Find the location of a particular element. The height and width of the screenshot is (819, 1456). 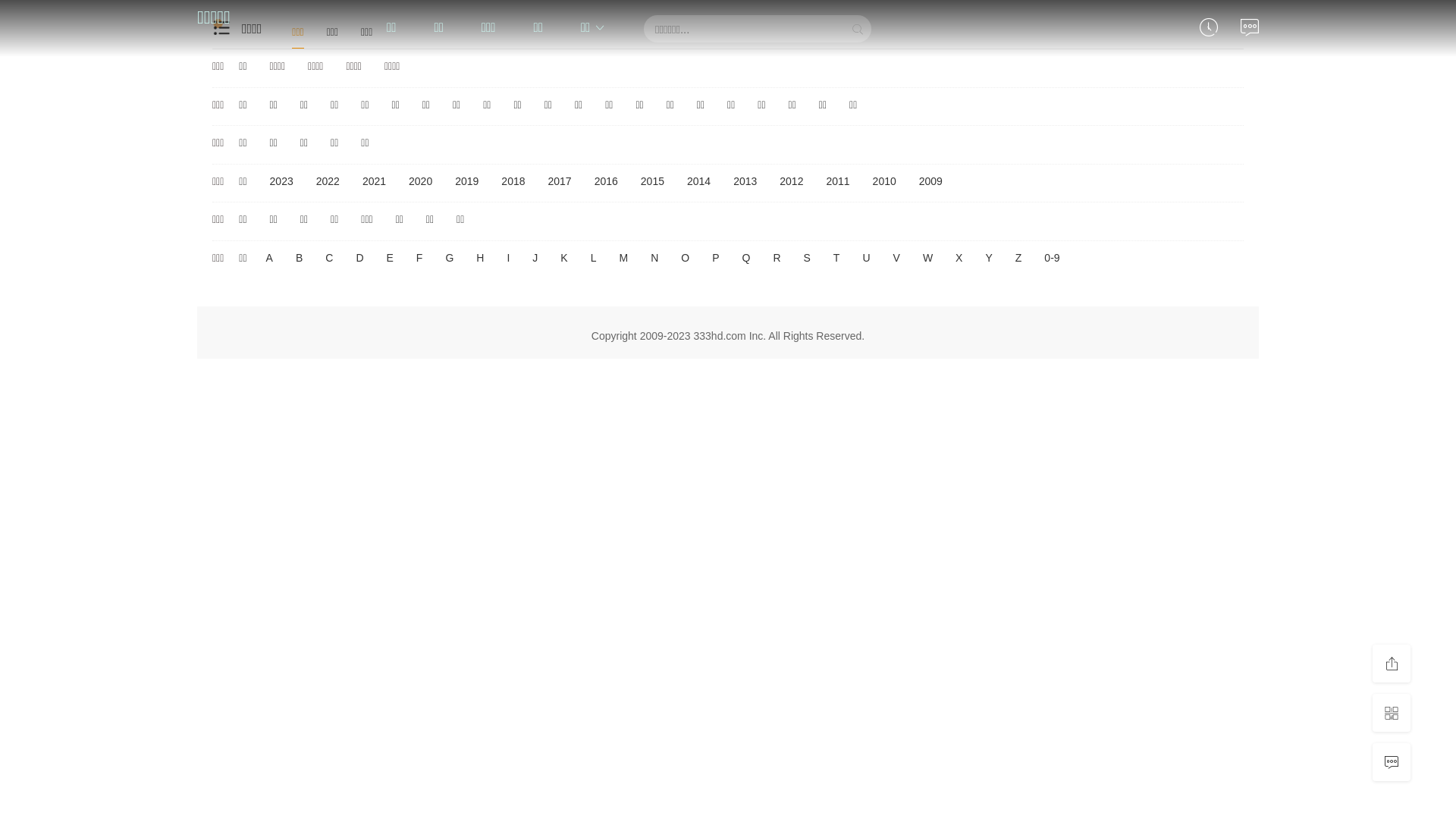

'J' is located at coordinates (535, 257).